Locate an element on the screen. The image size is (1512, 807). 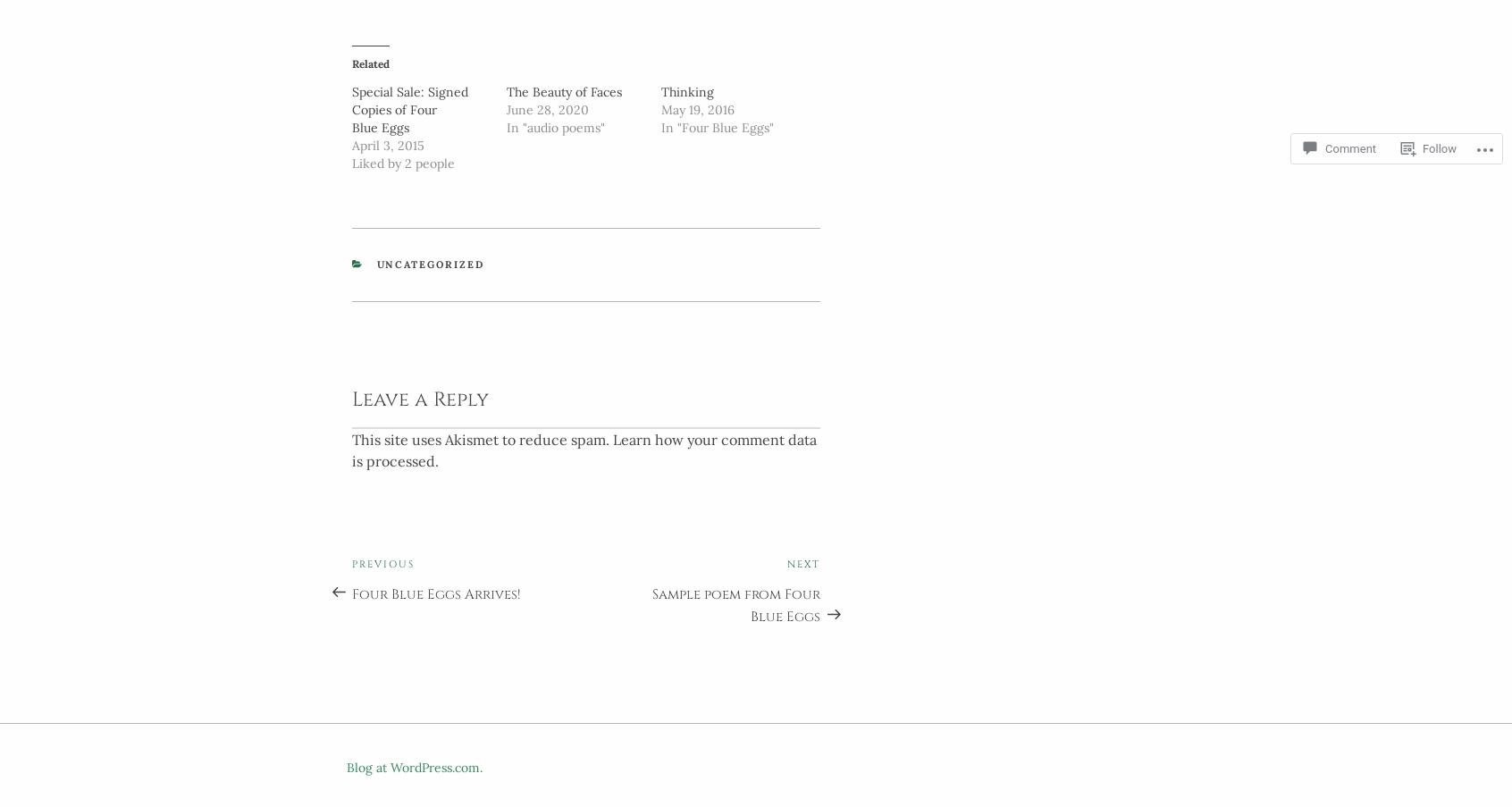
'Four Blue Eggs Arrives!' is located at coordinates (434, 588).